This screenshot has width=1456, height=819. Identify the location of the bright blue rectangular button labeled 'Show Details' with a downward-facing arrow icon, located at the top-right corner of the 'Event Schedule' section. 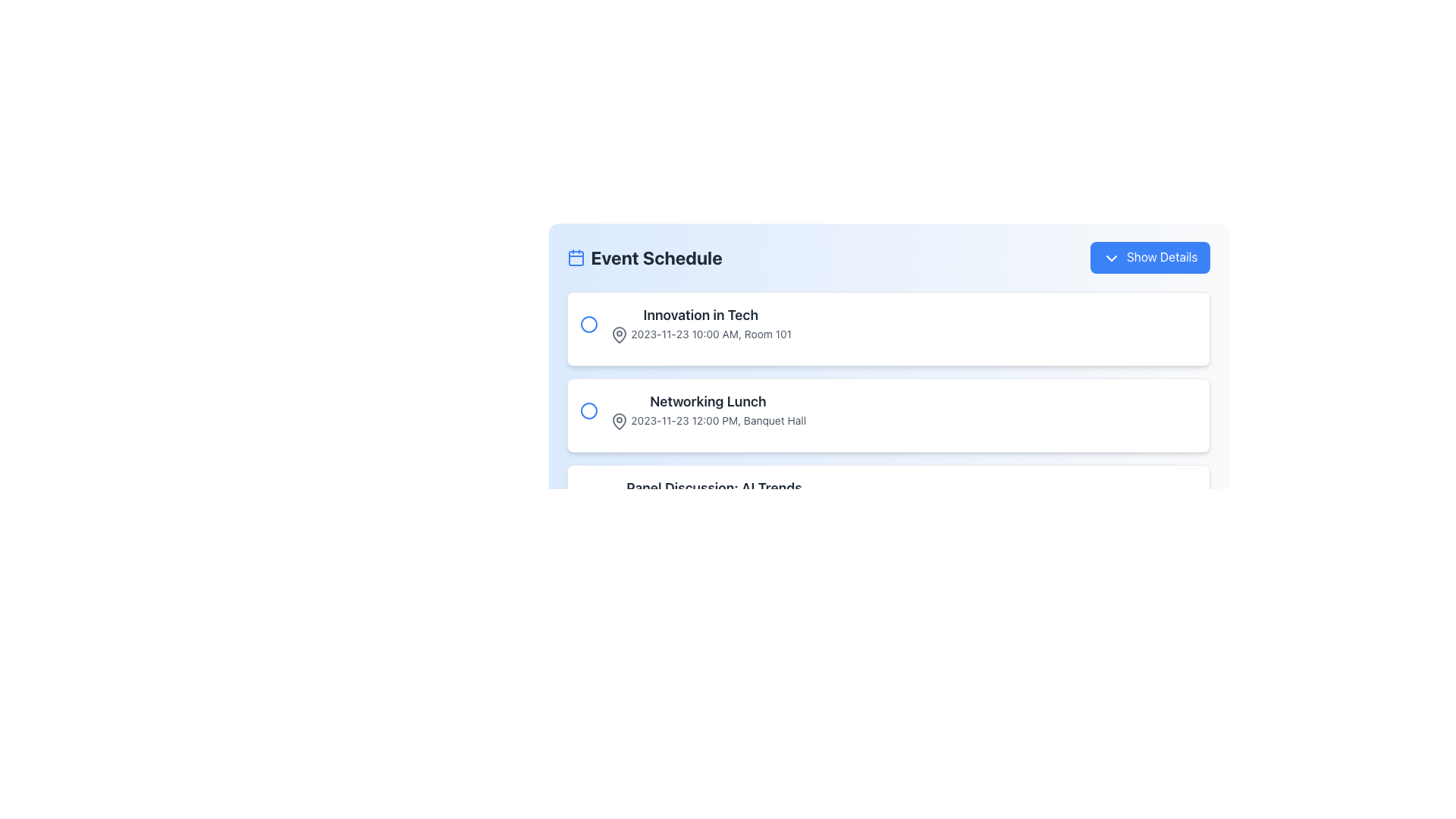
(1150, 256).